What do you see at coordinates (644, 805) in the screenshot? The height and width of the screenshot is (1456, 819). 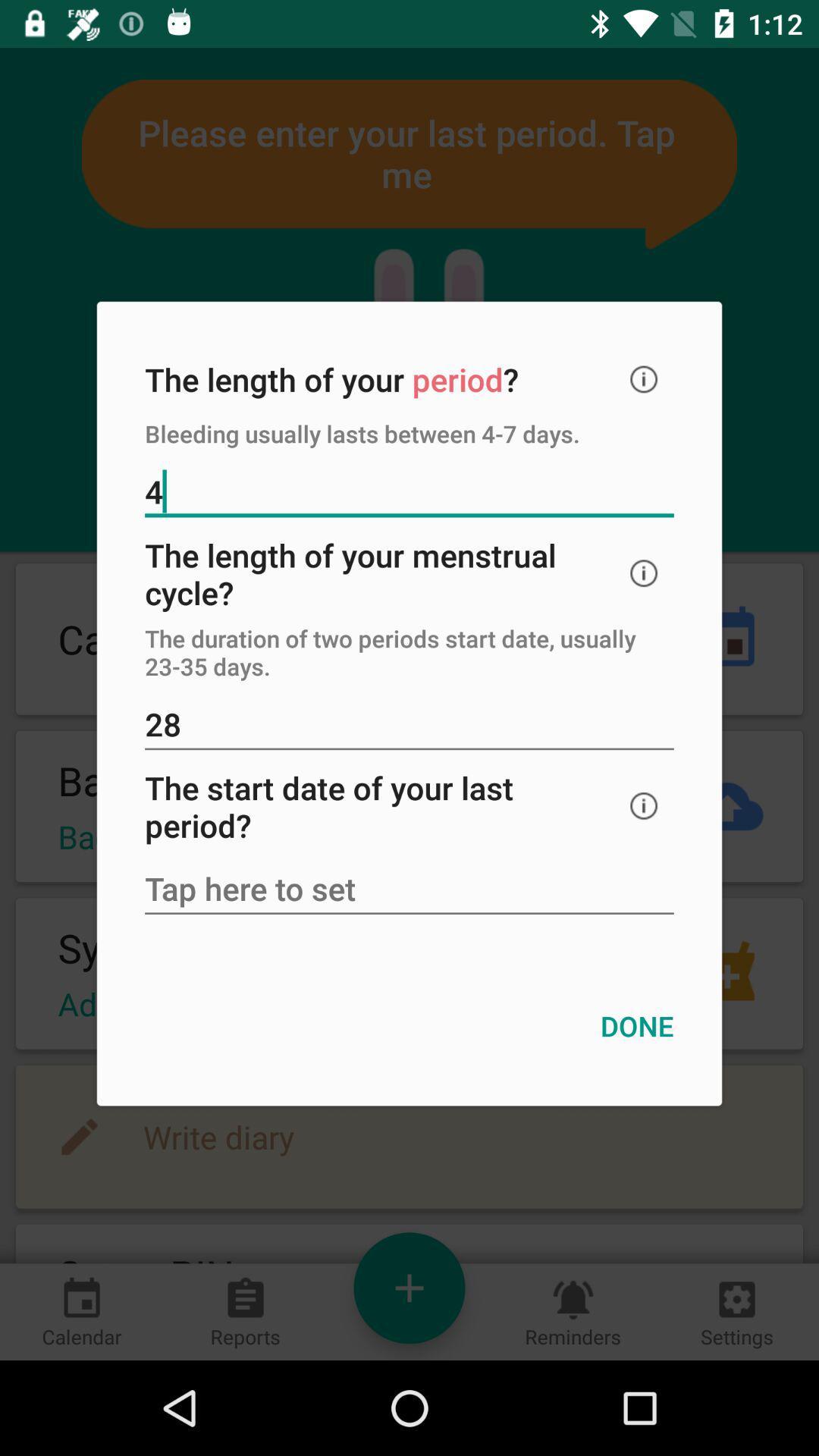 I see `see information` at bounding box center [644, 805].